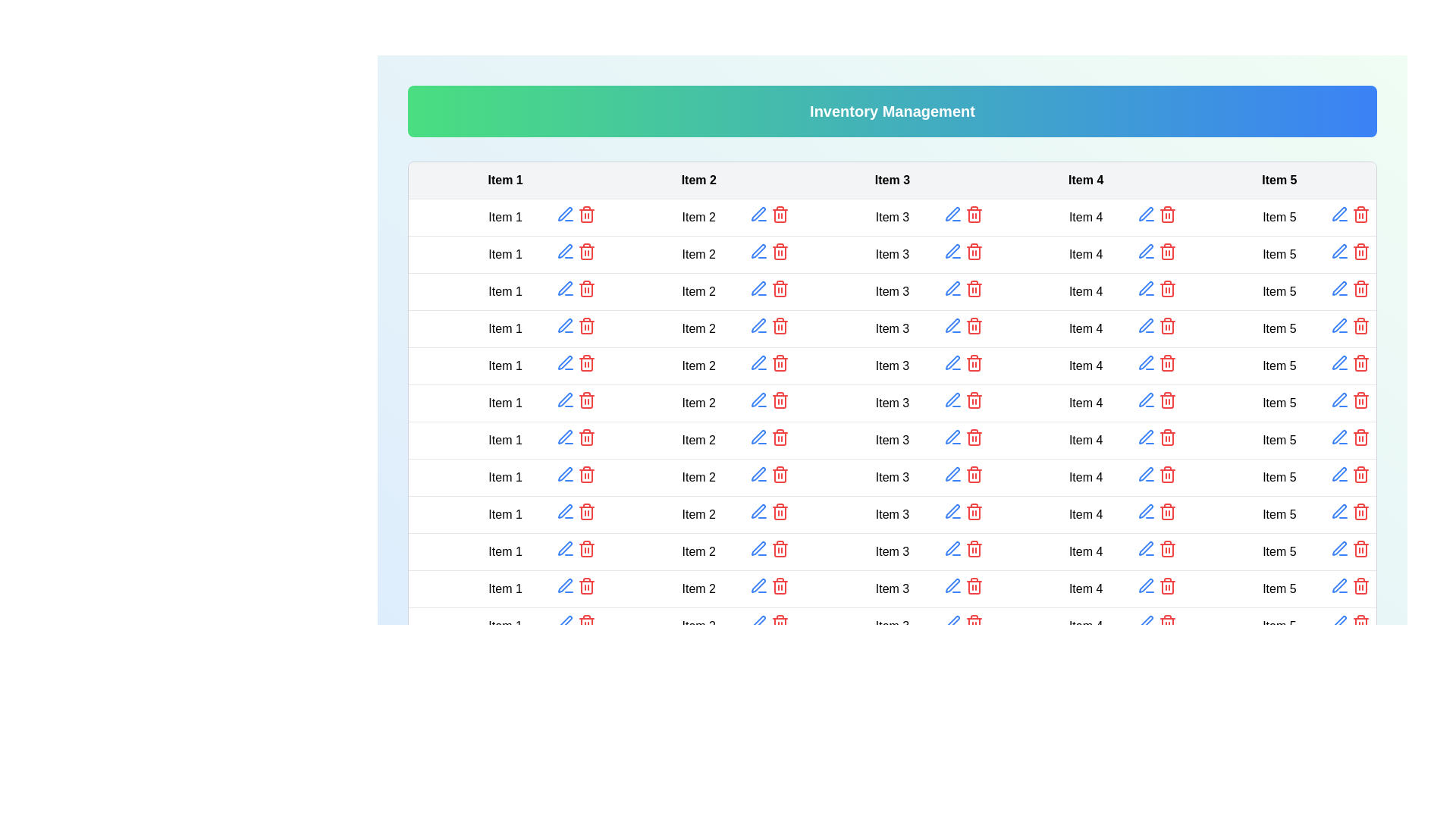  What do you see at coordinates (1085, 180) in the screenshot?
I see `the table header to sort the column by Item 4` at bounding box center [1085, 180].